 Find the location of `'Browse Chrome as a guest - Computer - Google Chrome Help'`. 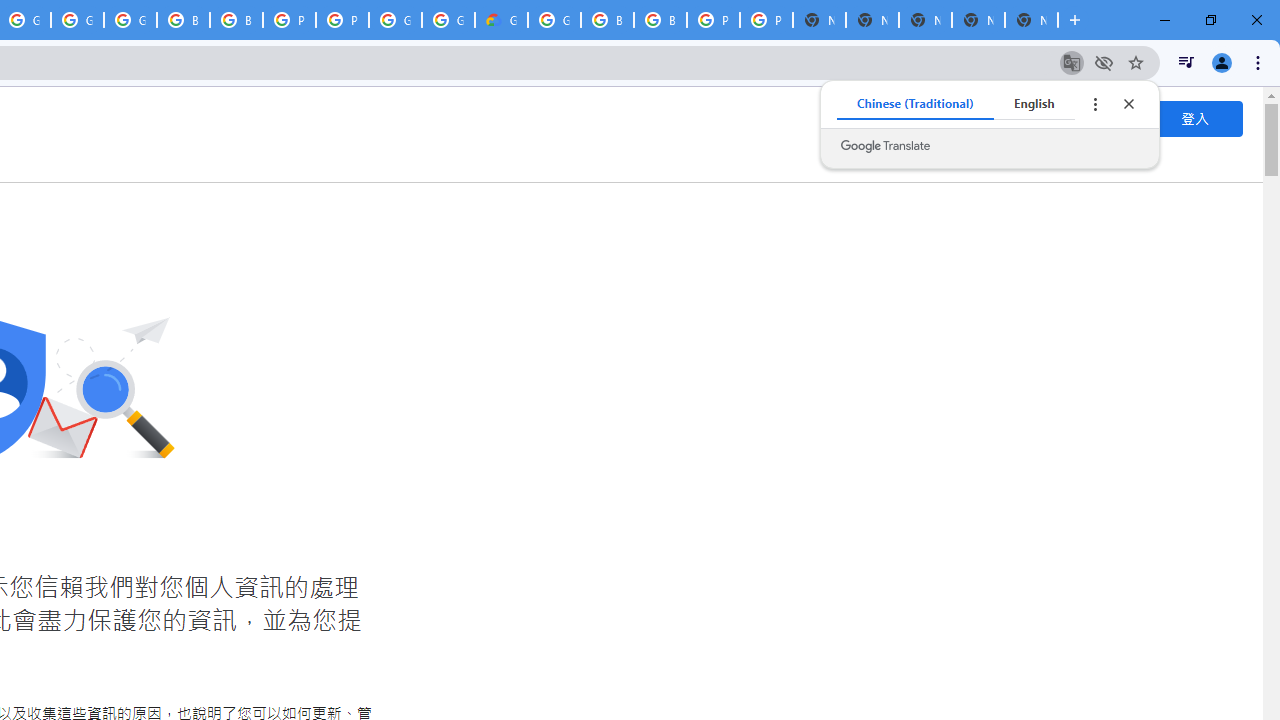

'Browse Chrome as a guest - Computer - Google Chrome Help' is located at coordinates (236, 20).